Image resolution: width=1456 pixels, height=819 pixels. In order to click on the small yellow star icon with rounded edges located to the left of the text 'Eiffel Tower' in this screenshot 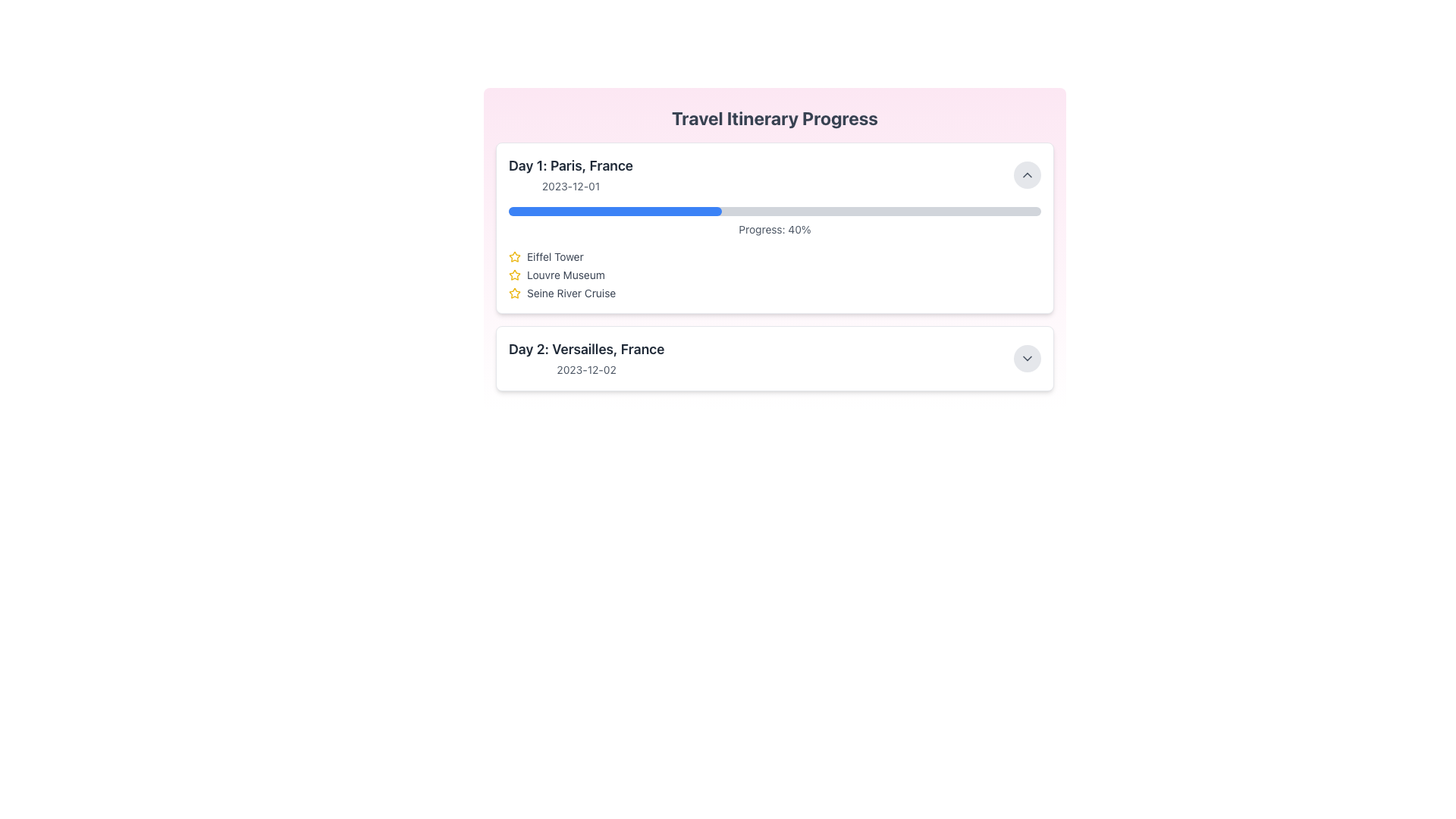, I will do `click(514, 256)`.